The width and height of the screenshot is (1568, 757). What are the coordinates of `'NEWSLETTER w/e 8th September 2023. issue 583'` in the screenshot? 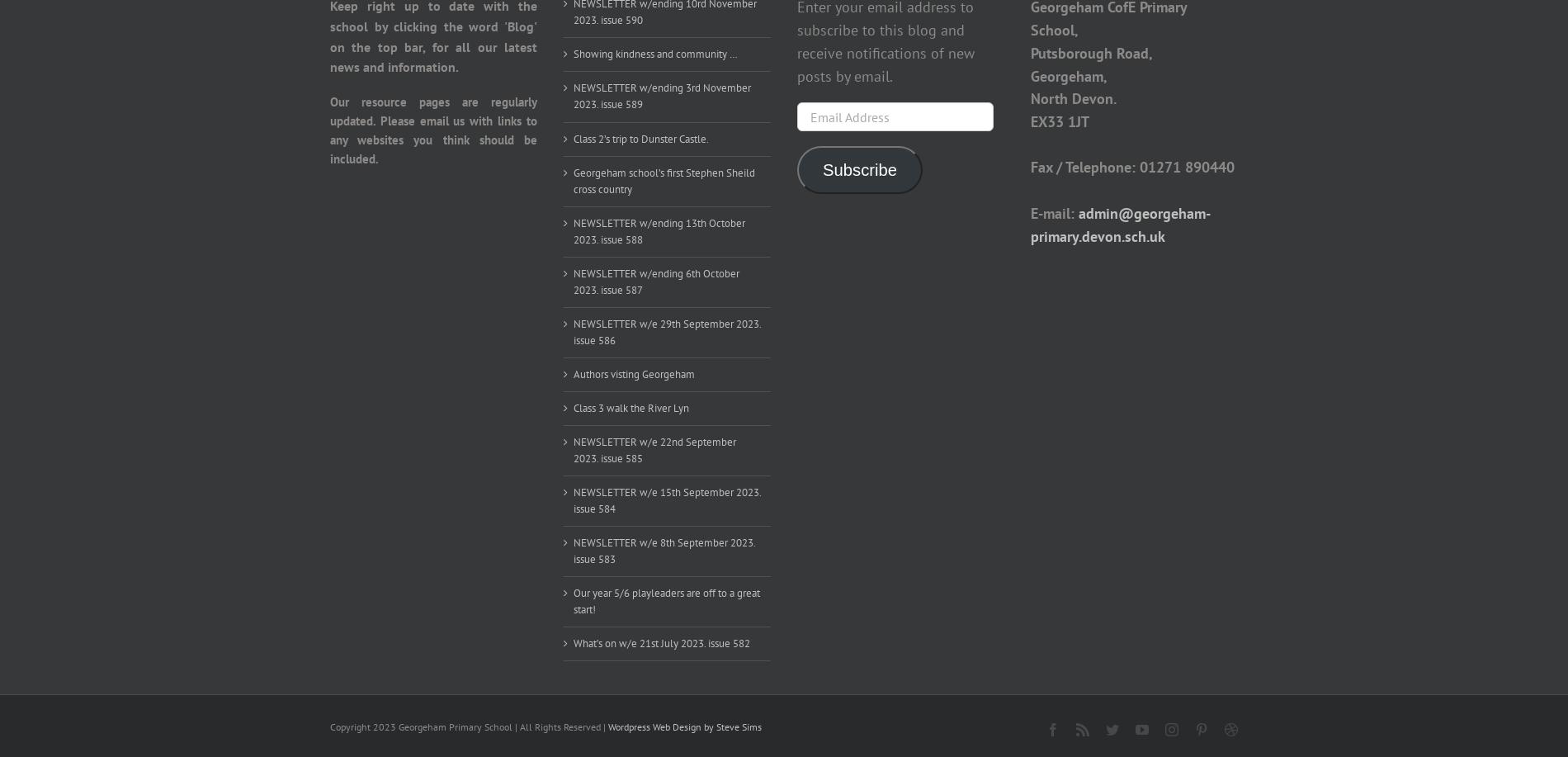 It's located at (664, 550).